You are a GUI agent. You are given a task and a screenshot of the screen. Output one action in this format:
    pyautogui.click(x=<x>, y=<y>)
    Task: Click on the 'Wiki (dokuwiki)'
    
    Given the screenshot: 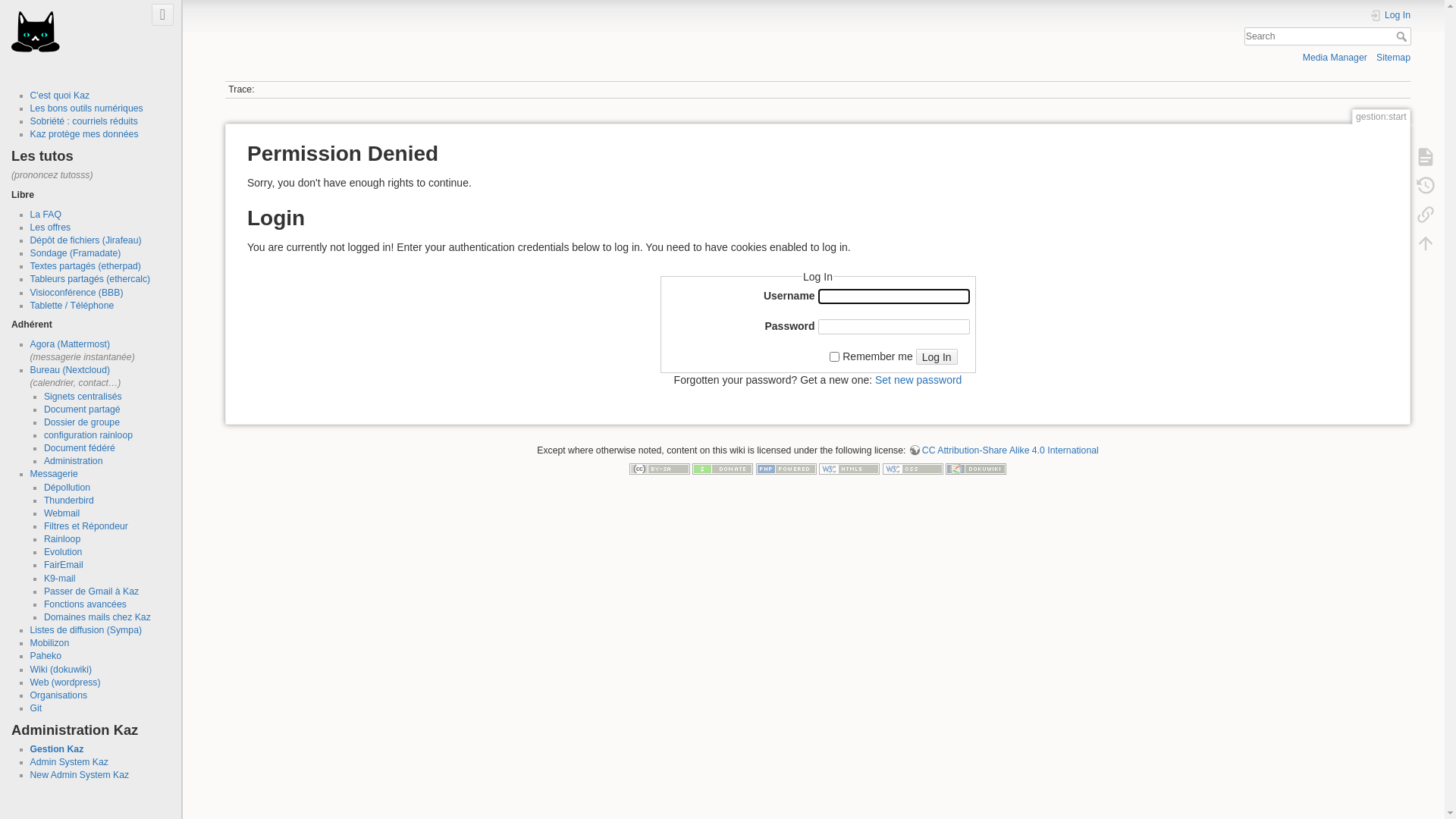 What is the action you would take?
    pyautogui.click(x=61, y=669)
    